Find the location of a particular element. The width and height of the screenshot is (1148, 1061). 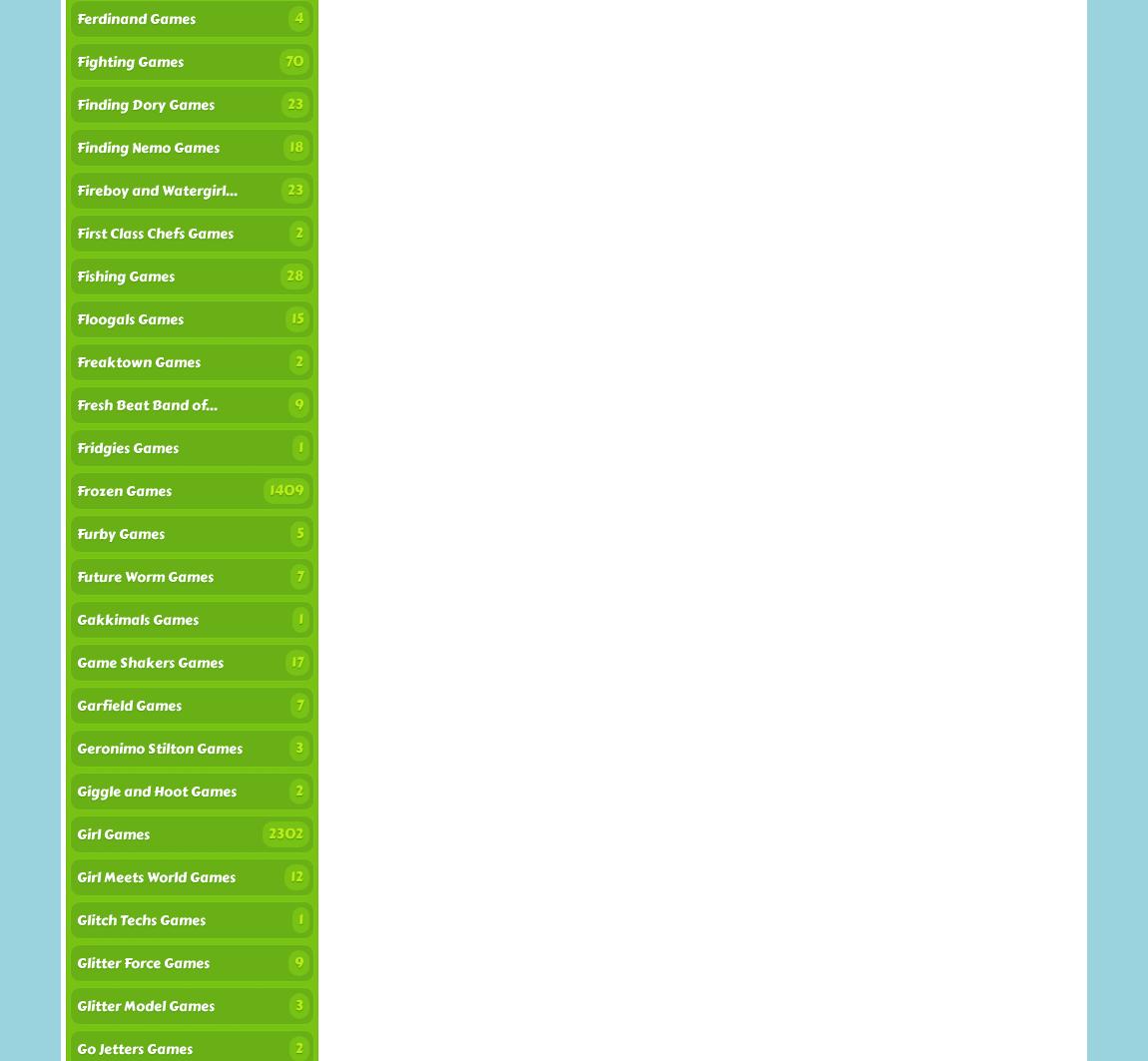

'Garfield Games' is located at coordinates (128, 705).